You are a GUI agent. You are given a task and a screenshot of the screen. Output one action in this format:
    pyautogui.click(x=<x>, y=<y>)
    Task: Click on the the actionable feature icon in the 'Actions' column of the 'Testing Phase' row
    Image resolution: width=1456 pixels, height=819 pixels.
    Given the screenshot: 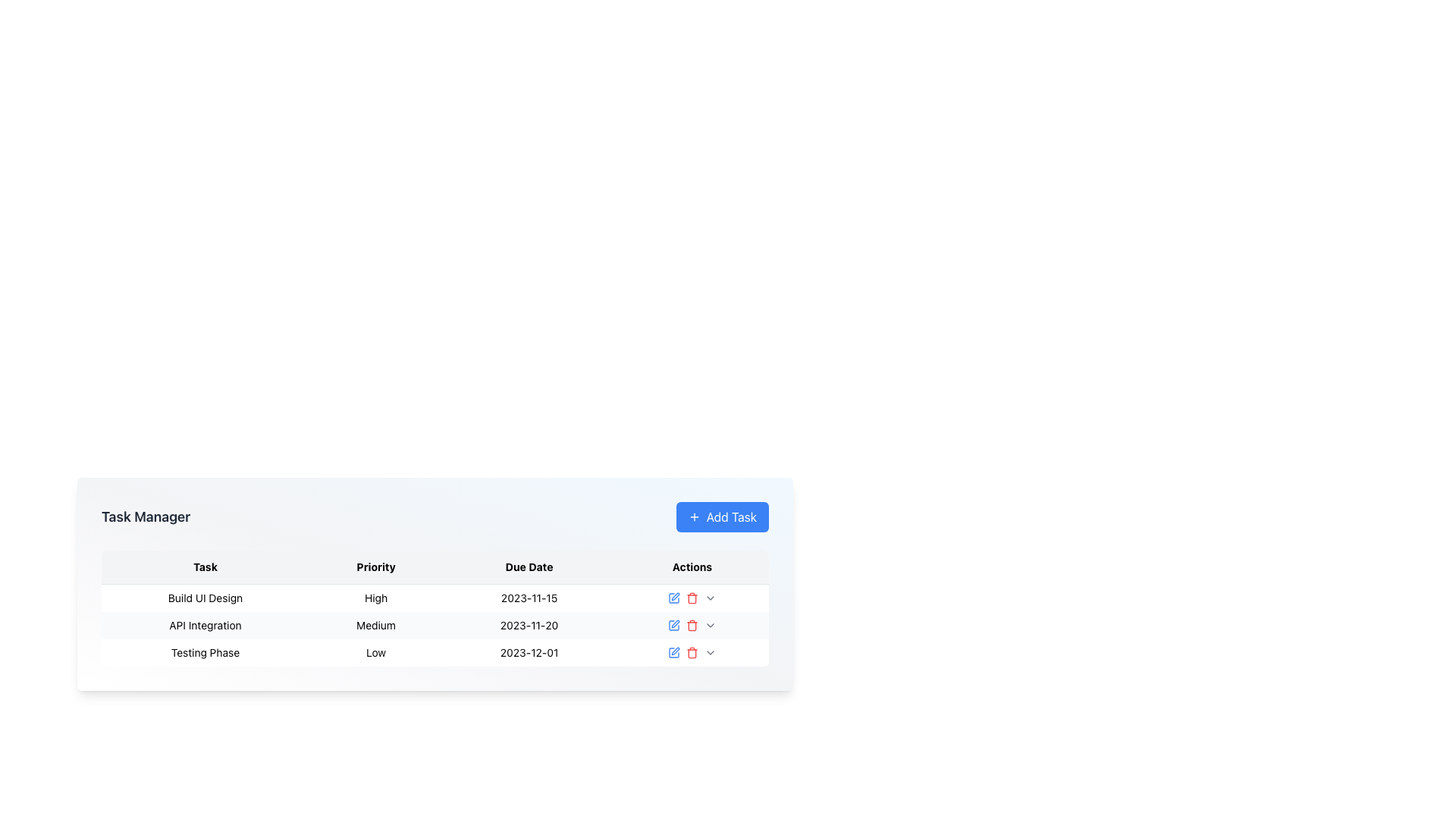 What is the action you would take?
    pyautogui.click(x=675, y=651)
    